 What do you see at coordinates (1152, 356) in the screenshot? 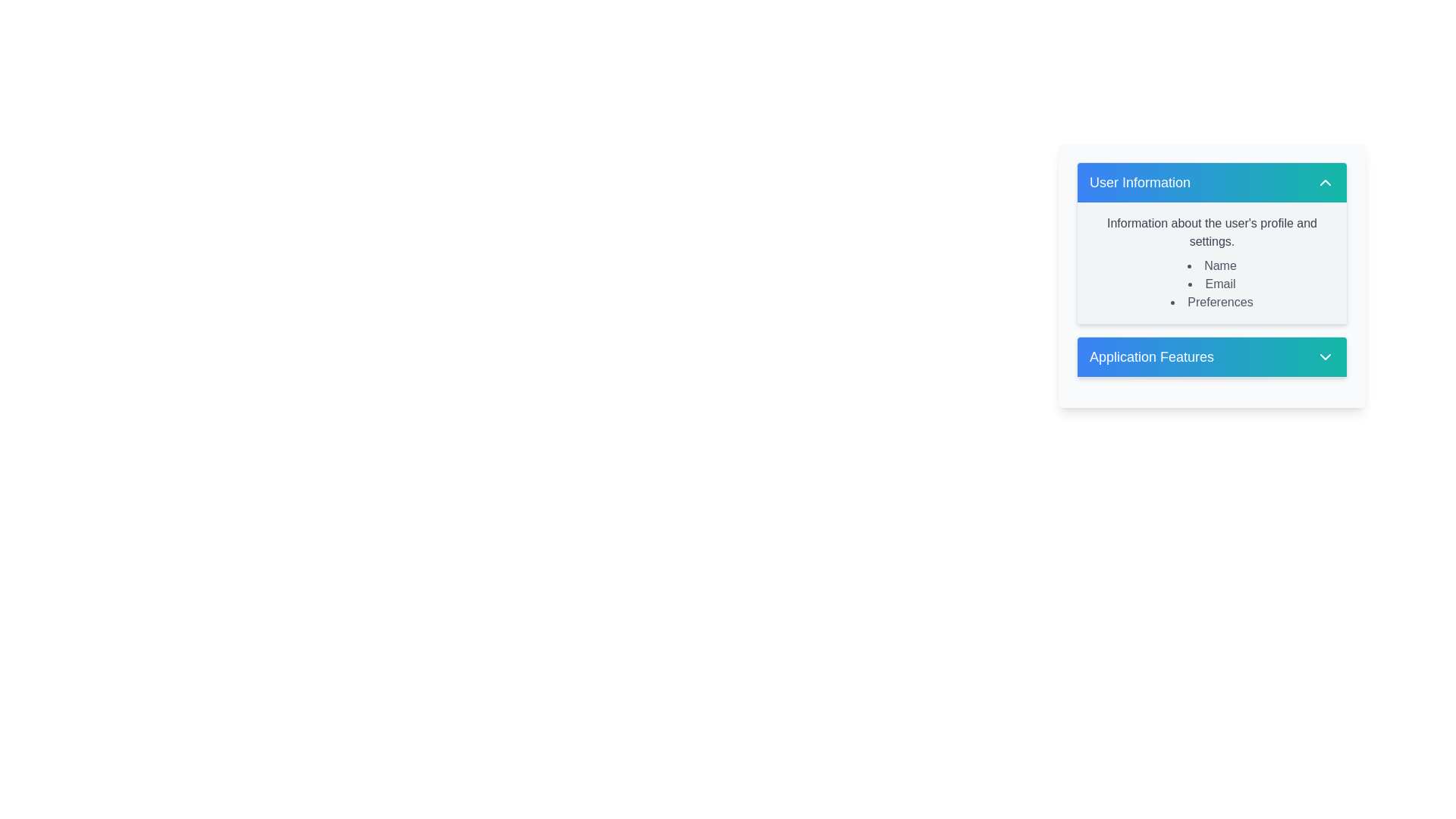
I see `the 'Application Features' section title label by moving the cursor to its center point` at bounding box center [1152, 356].